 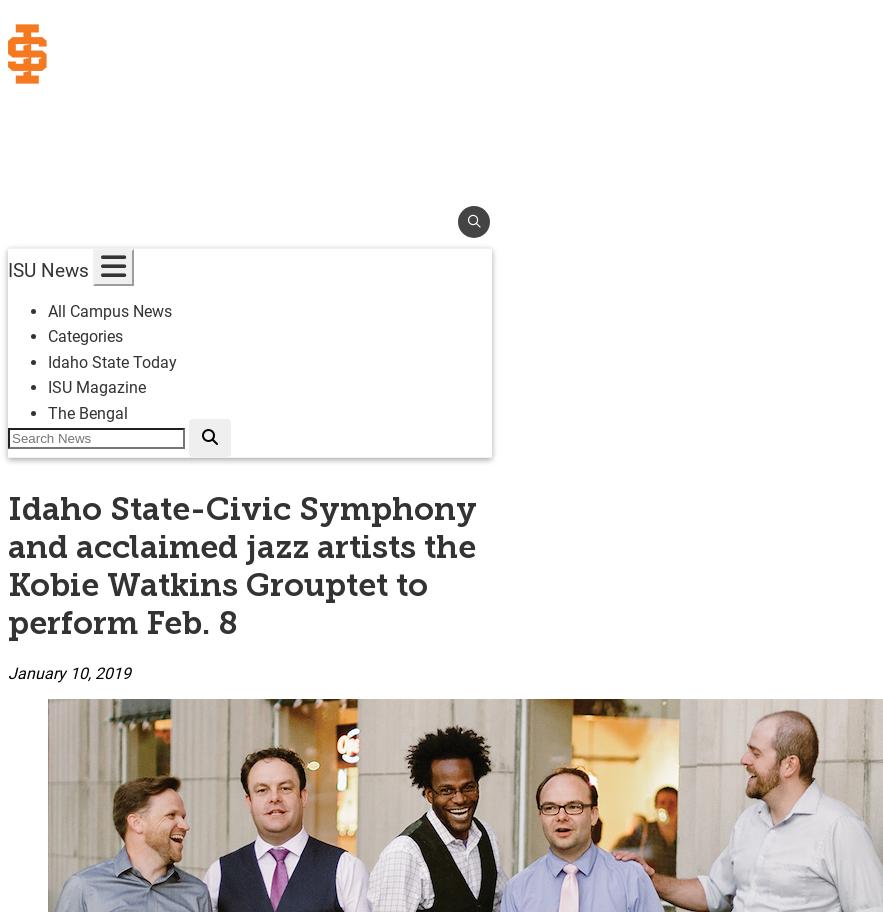 I want to click on 'Pharmacy', so click(x=42, y=423).